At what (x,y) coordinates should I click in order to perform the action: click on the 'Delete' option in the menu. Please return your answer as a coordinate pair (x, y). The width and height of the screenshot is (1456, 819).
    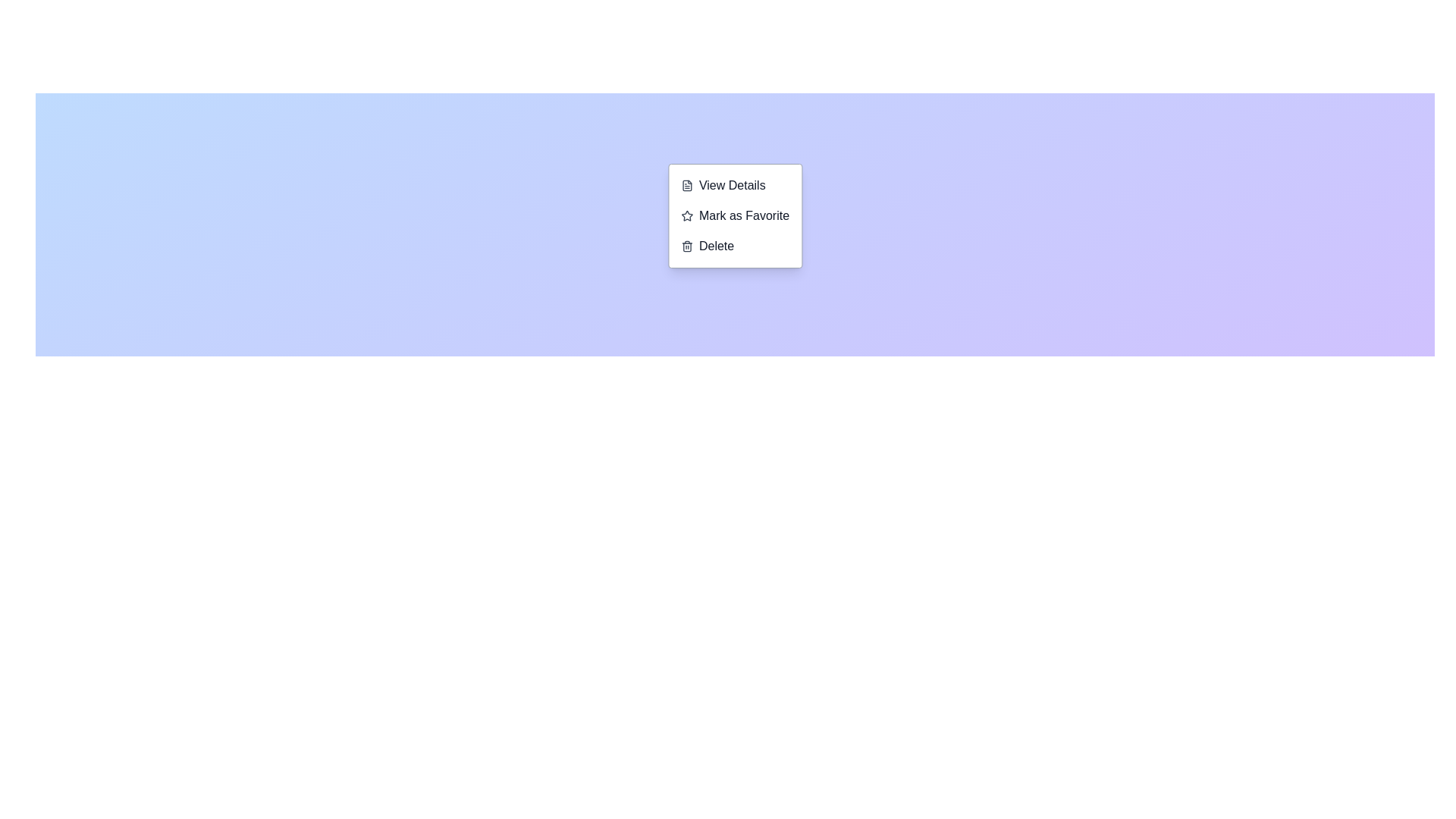
    Looking at the image, I should click on (735, 245).